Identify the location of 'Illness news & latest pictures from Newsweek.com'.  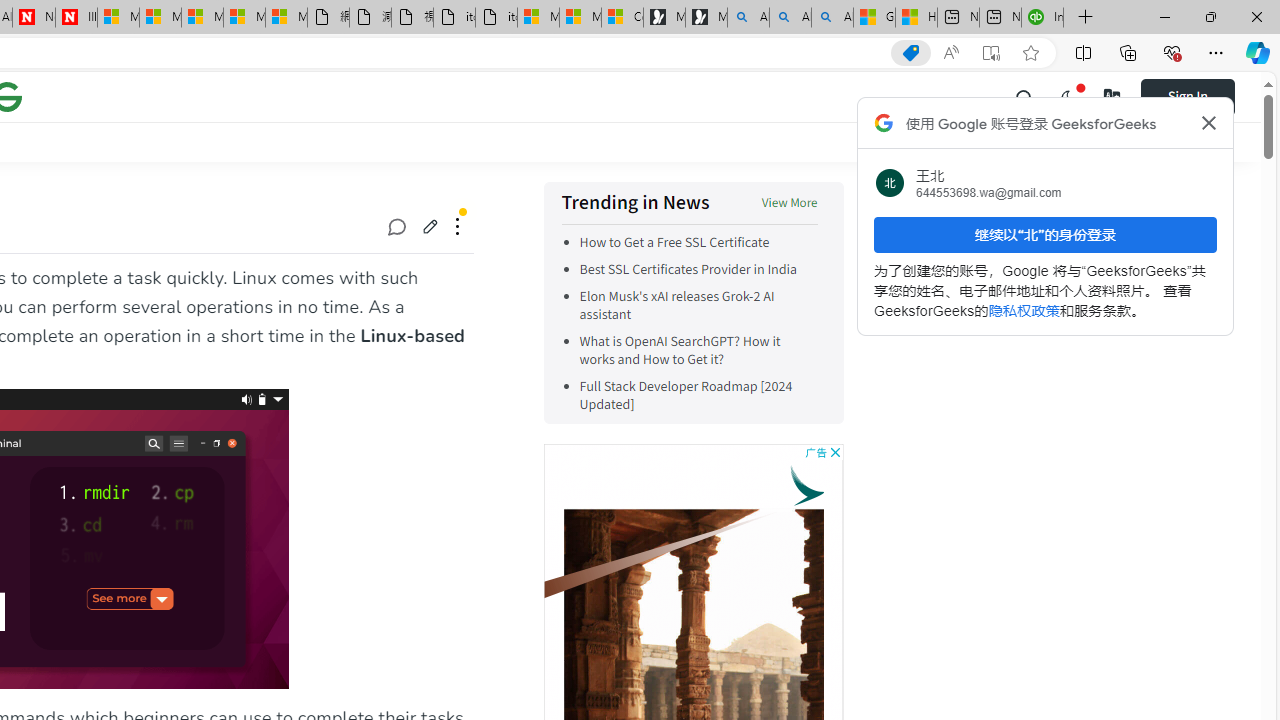
(76, 17).